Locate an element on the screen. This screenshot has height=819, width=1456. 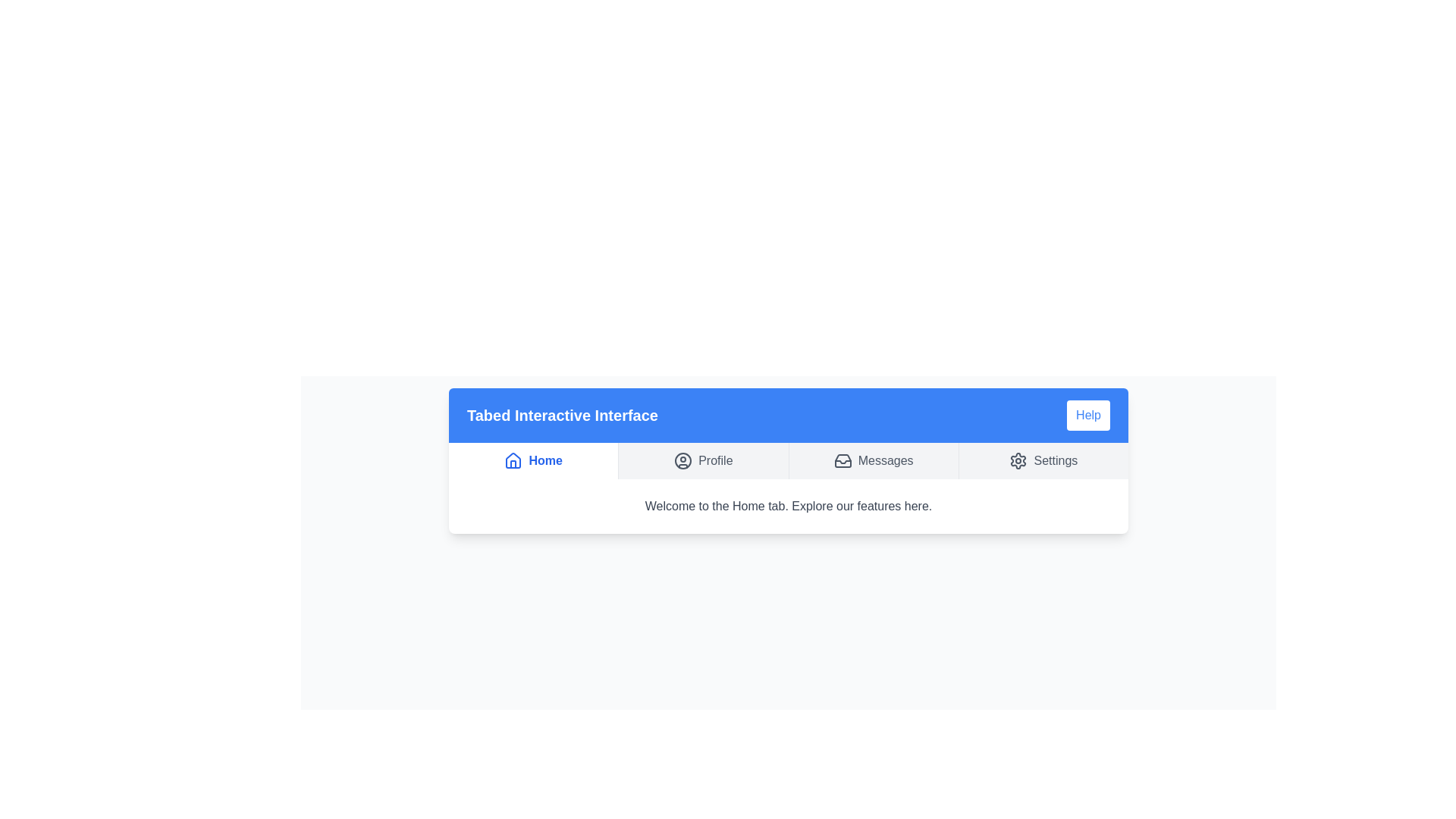
the help button located at the far-right end of the blue bar, which provides access to help or support resources is located at coordinates (1087, 415).